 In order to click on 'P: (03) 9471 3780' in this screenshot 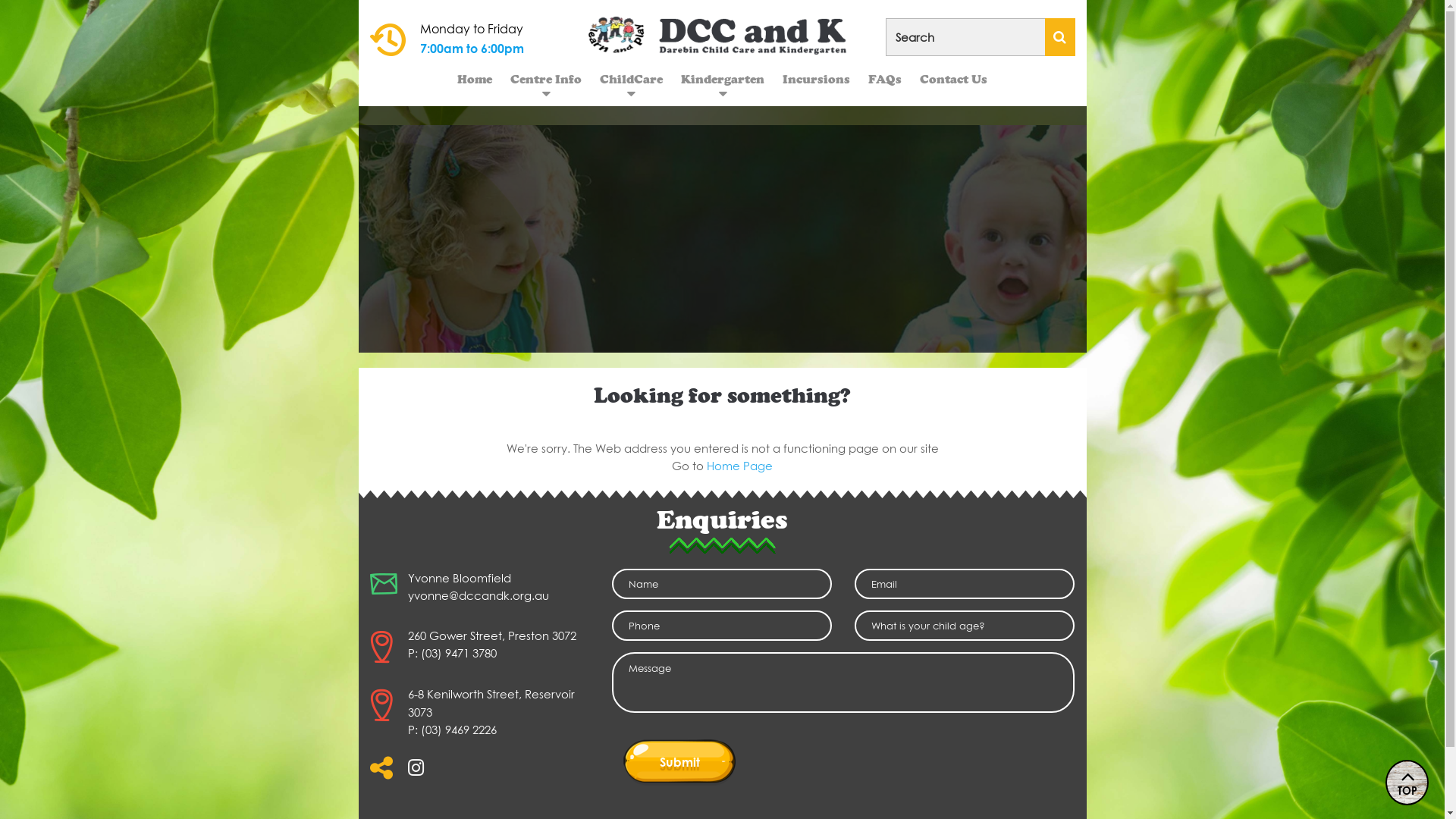, I will do `click(451, 651)`.